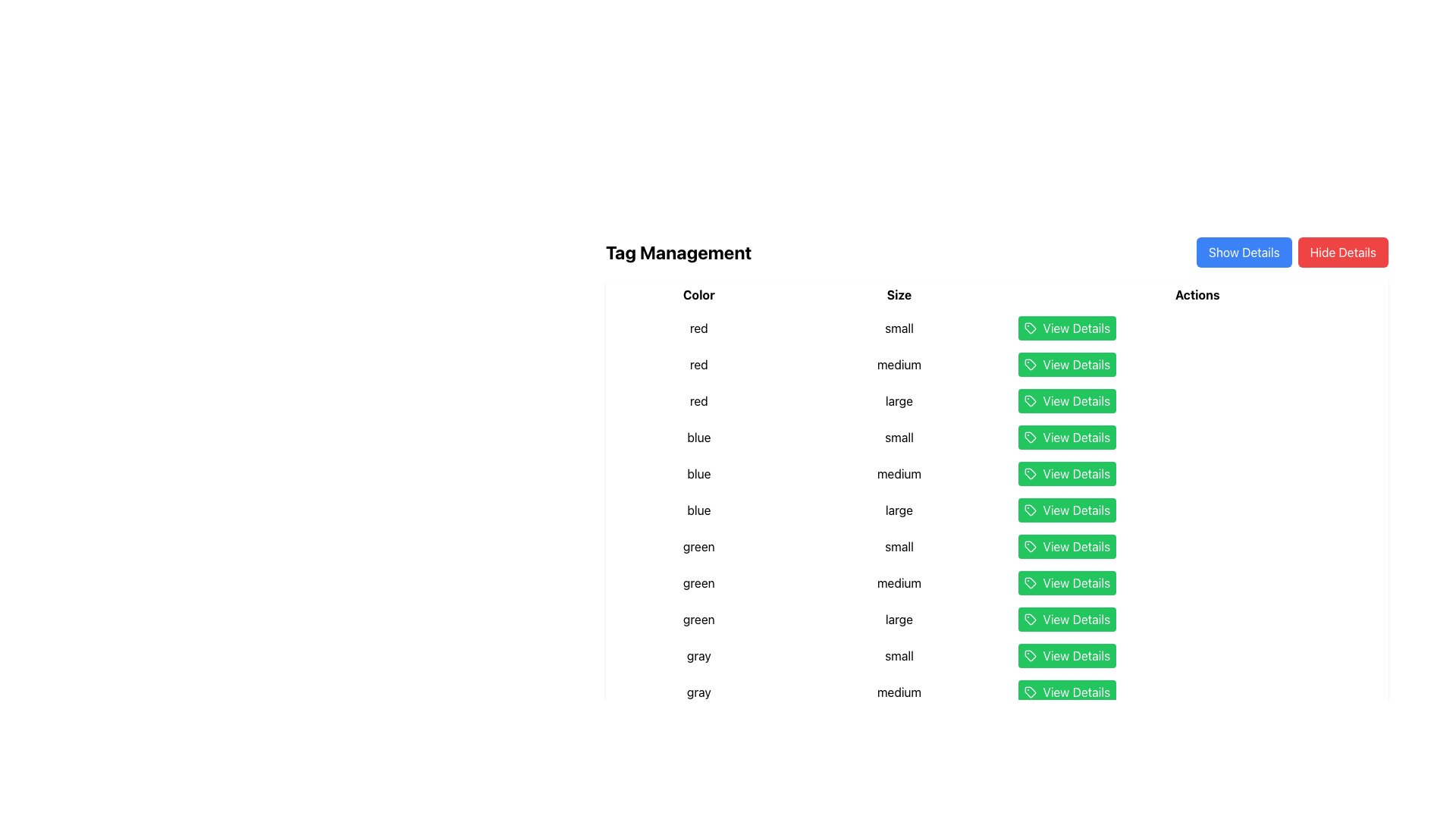 The height and width of the screenshot is (819, 1456). What do you see at coordinates (698, 472) in the screenshot?
I see `text value 'blue' from the Text element located in the 'Color' column of the fifth row in the 'Tag Management' section of the table` at bounding box center [698, 472].